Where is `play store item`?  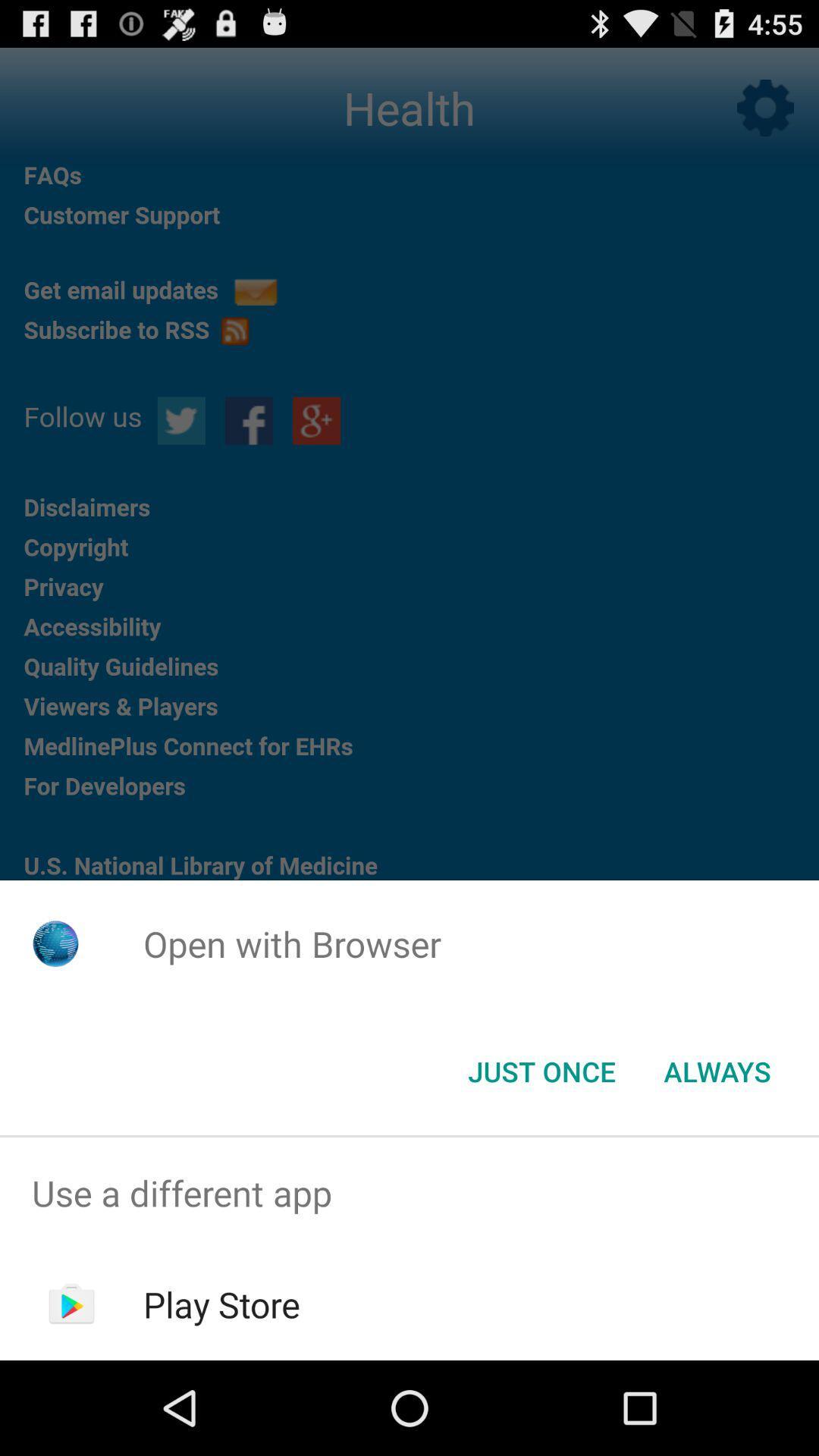
play store item is located at coordinates (221, 1304).